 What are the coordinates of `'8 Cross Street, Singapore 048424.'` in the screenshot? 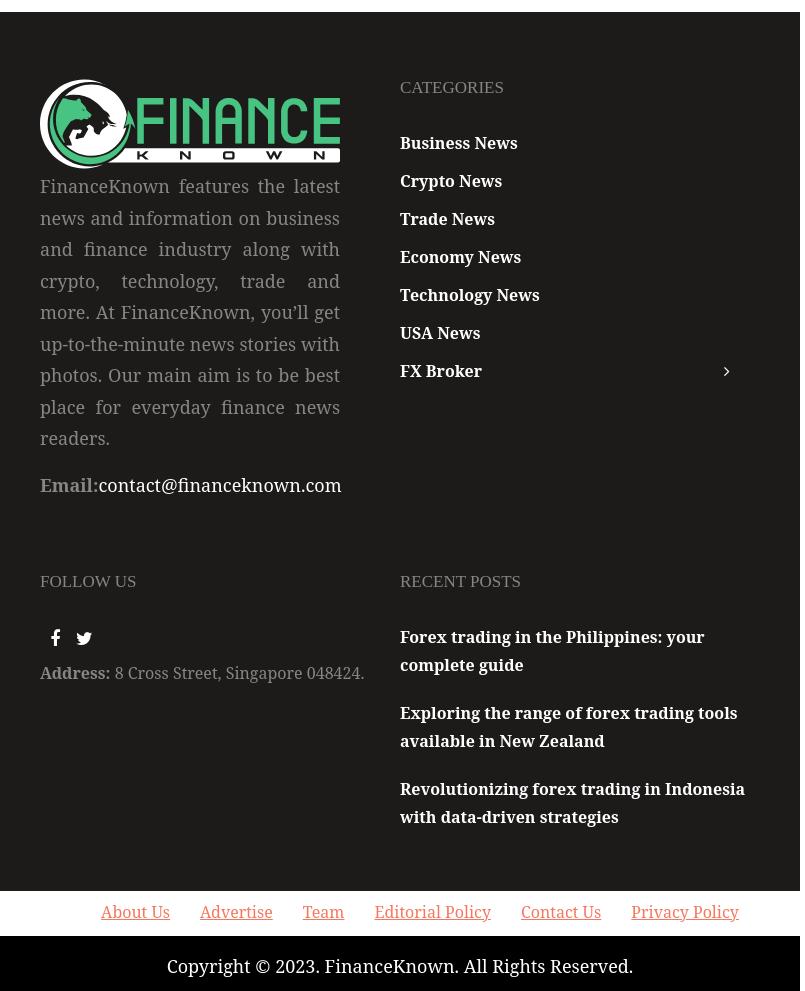 It's located at (239, 671).